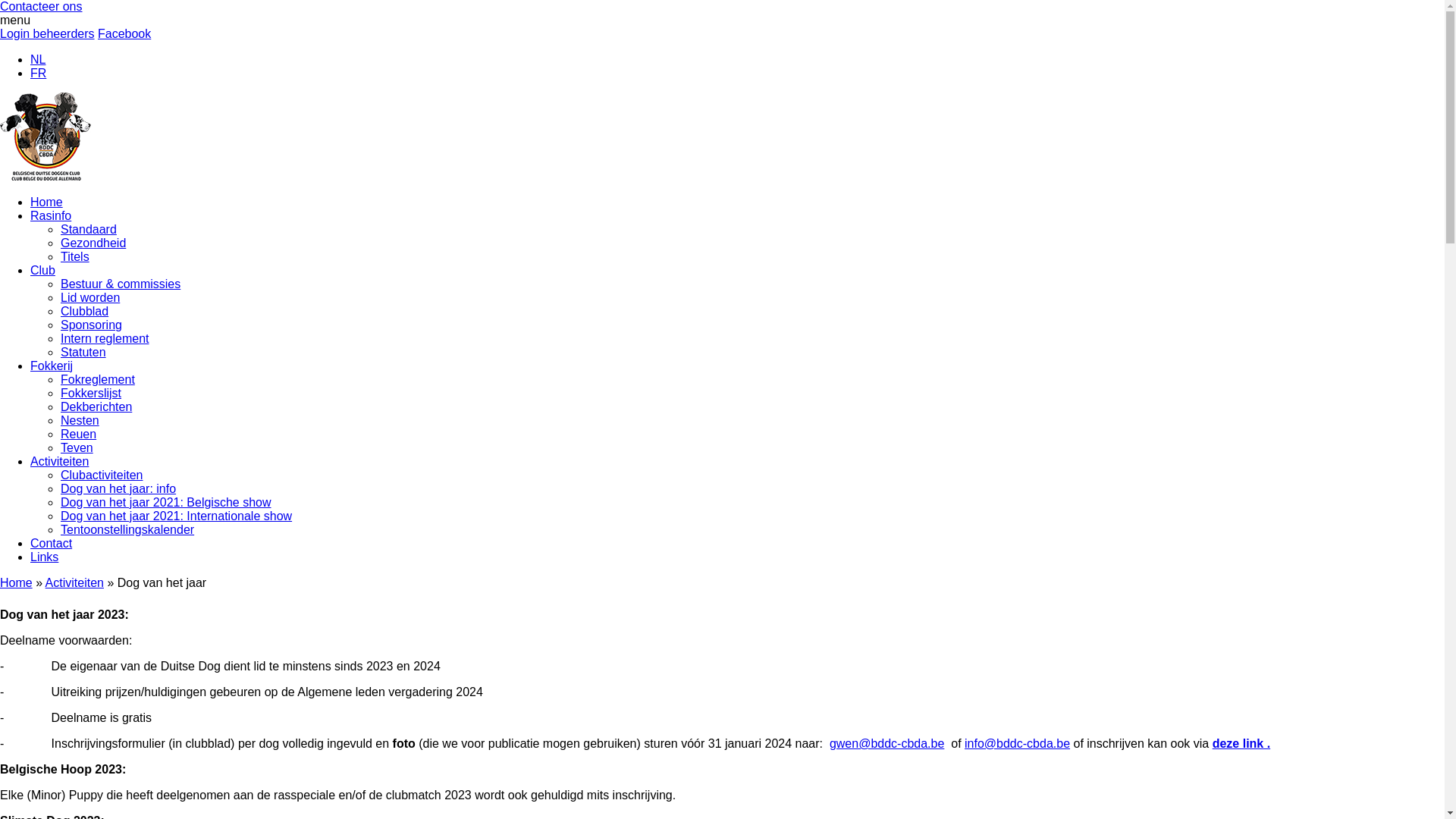 This screenshot has height=819, width=1456. Describe the element at coordinates (77, 434) in the screenshot. I see `'Reuen'` at that location.